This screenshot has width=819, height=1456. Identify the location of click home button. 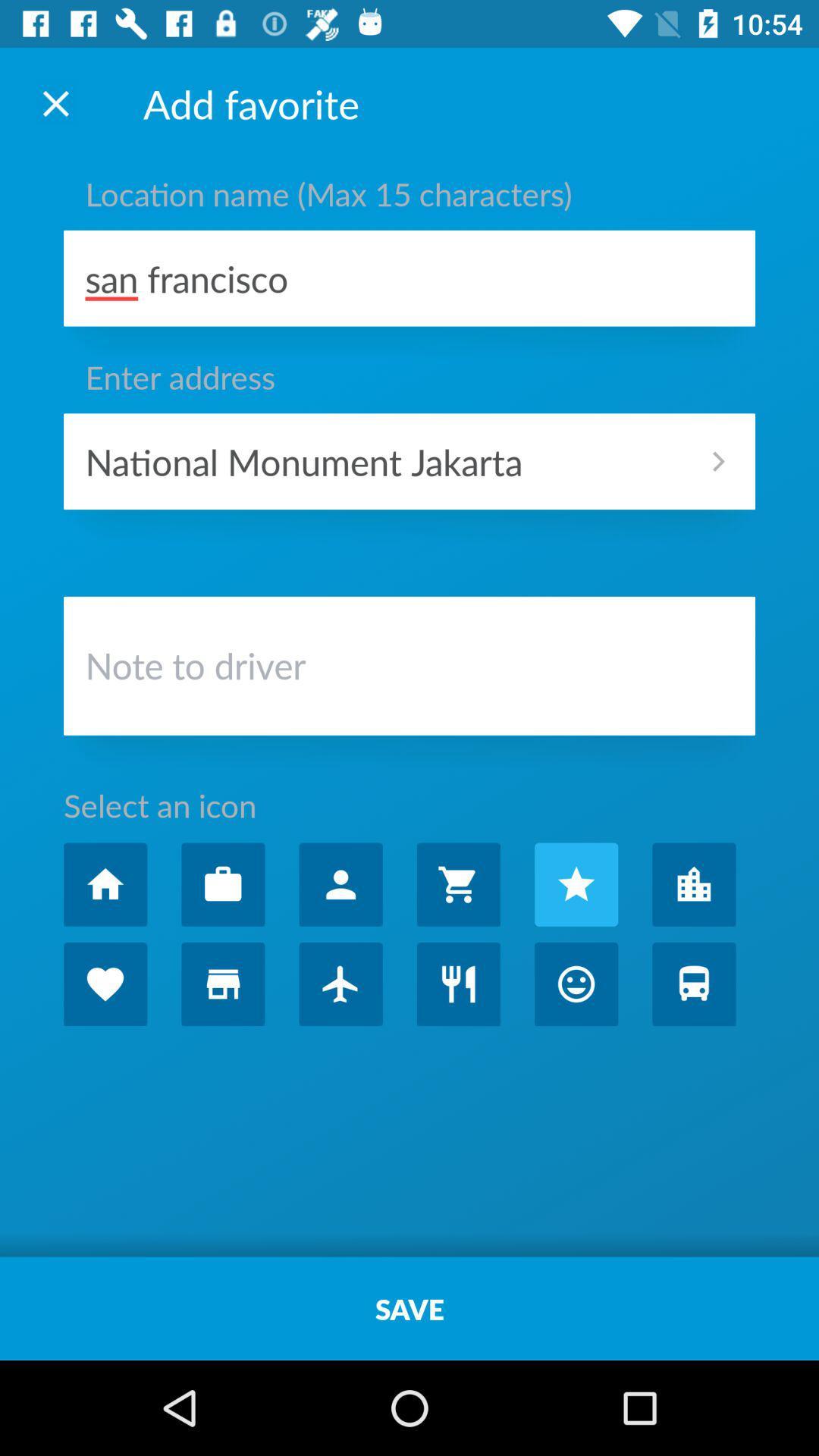
(105, 884).